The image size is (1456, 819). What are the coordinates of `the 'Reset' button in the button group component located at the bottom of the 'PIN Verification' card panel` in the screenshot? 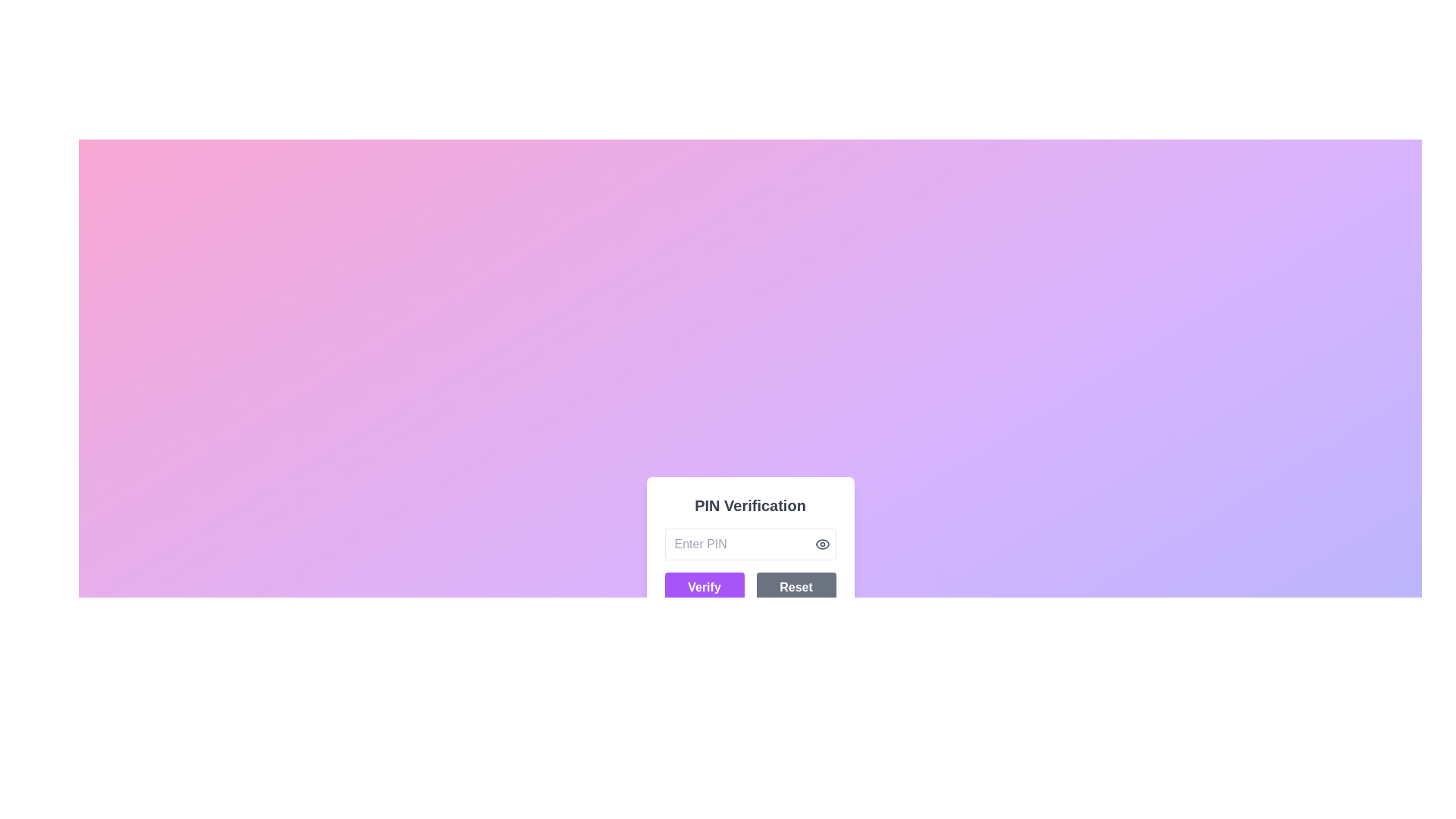 It's located at (750, 587).